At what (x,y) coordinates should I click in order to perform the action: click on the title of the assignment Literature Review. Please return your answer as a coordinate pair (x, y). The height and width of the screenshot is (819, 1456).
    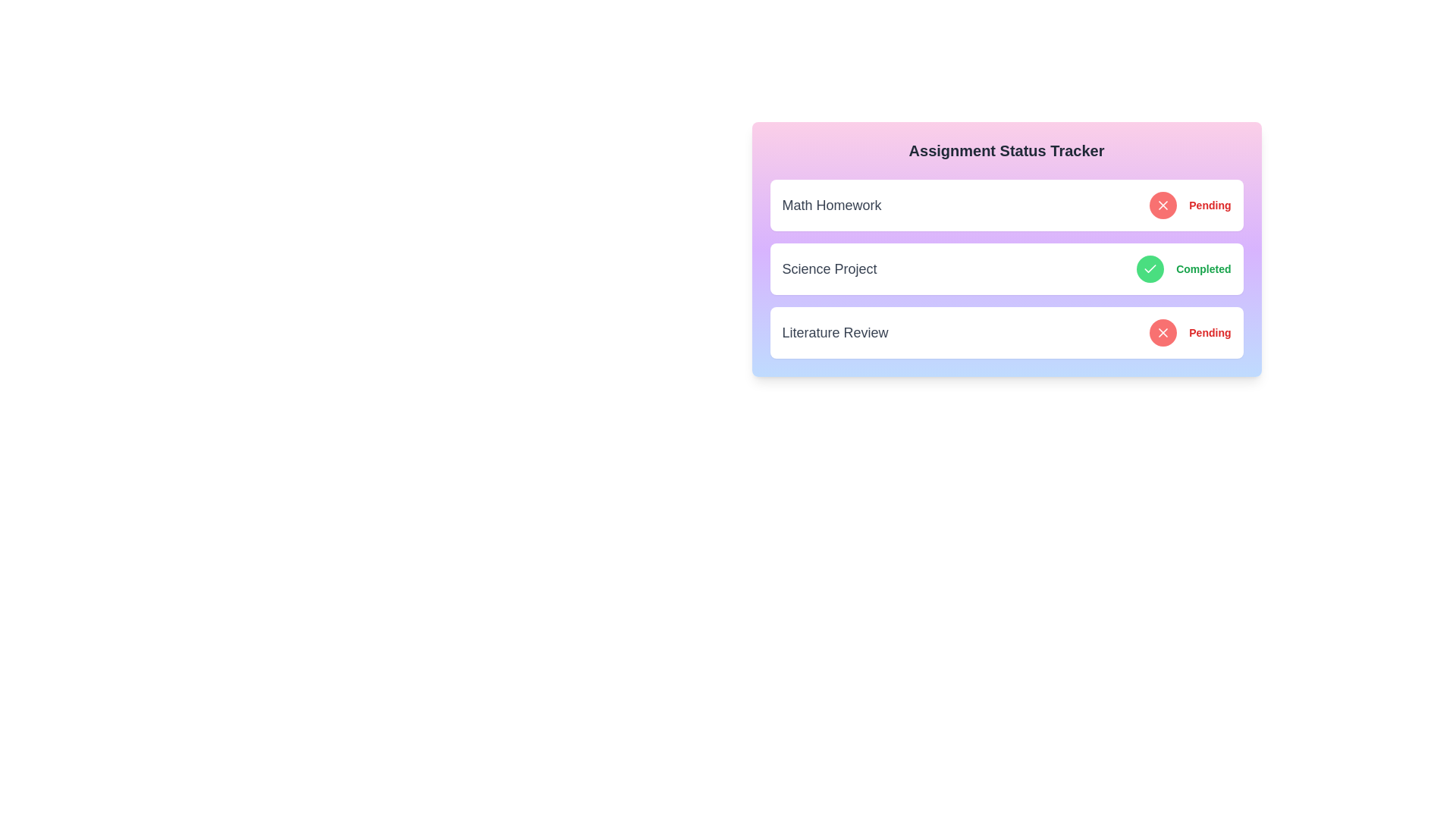
    Looking at the image, I should click on (834, 332).